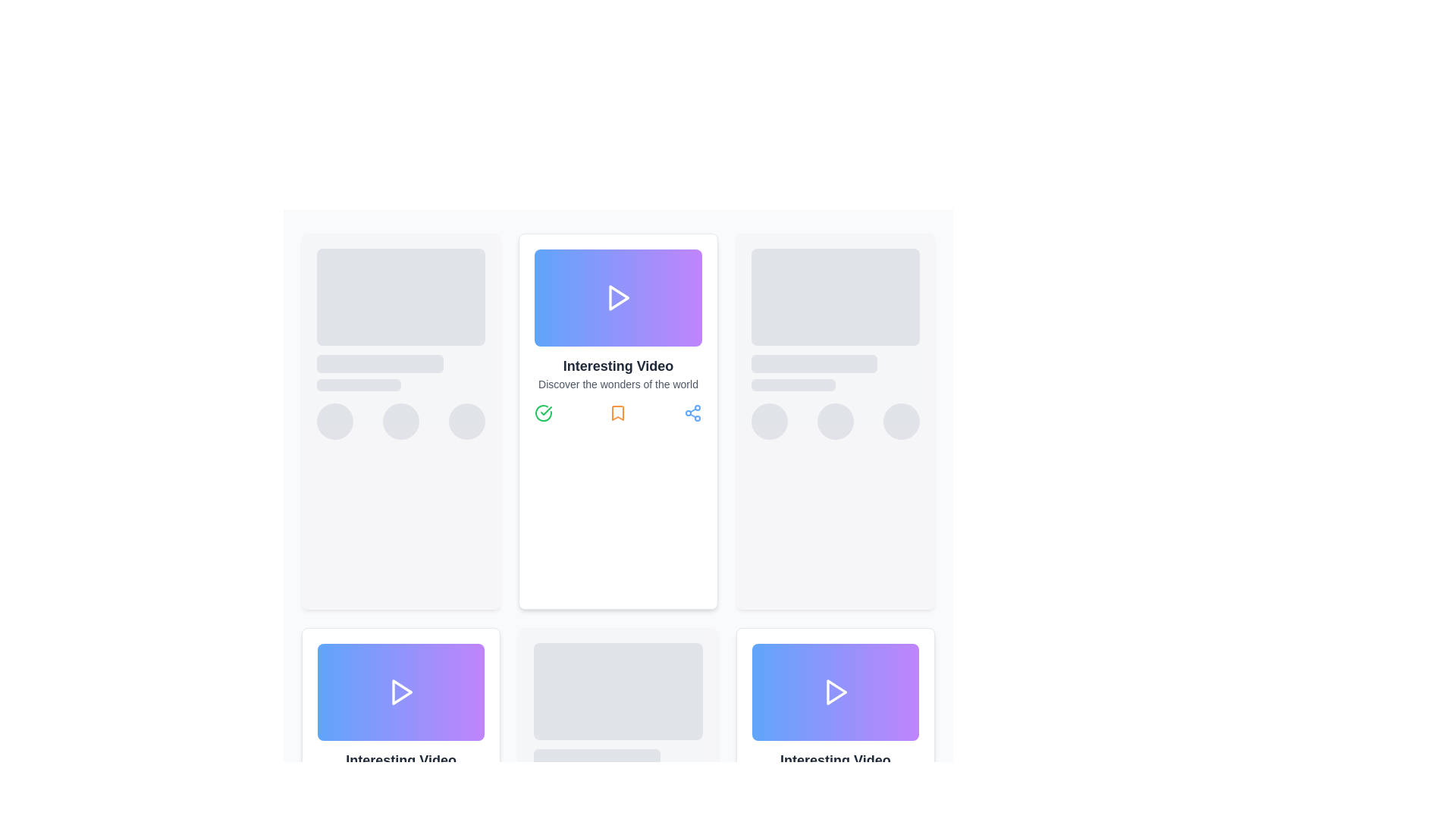 This screenshot has height=819, width=1456. What do you see at coordinates (834, 760) in the screenshot?
I see `text block displaying 'Interesting Video' in bold, dark gray font located below the gradient-filled rectangle` at bounding box center [834, 760].